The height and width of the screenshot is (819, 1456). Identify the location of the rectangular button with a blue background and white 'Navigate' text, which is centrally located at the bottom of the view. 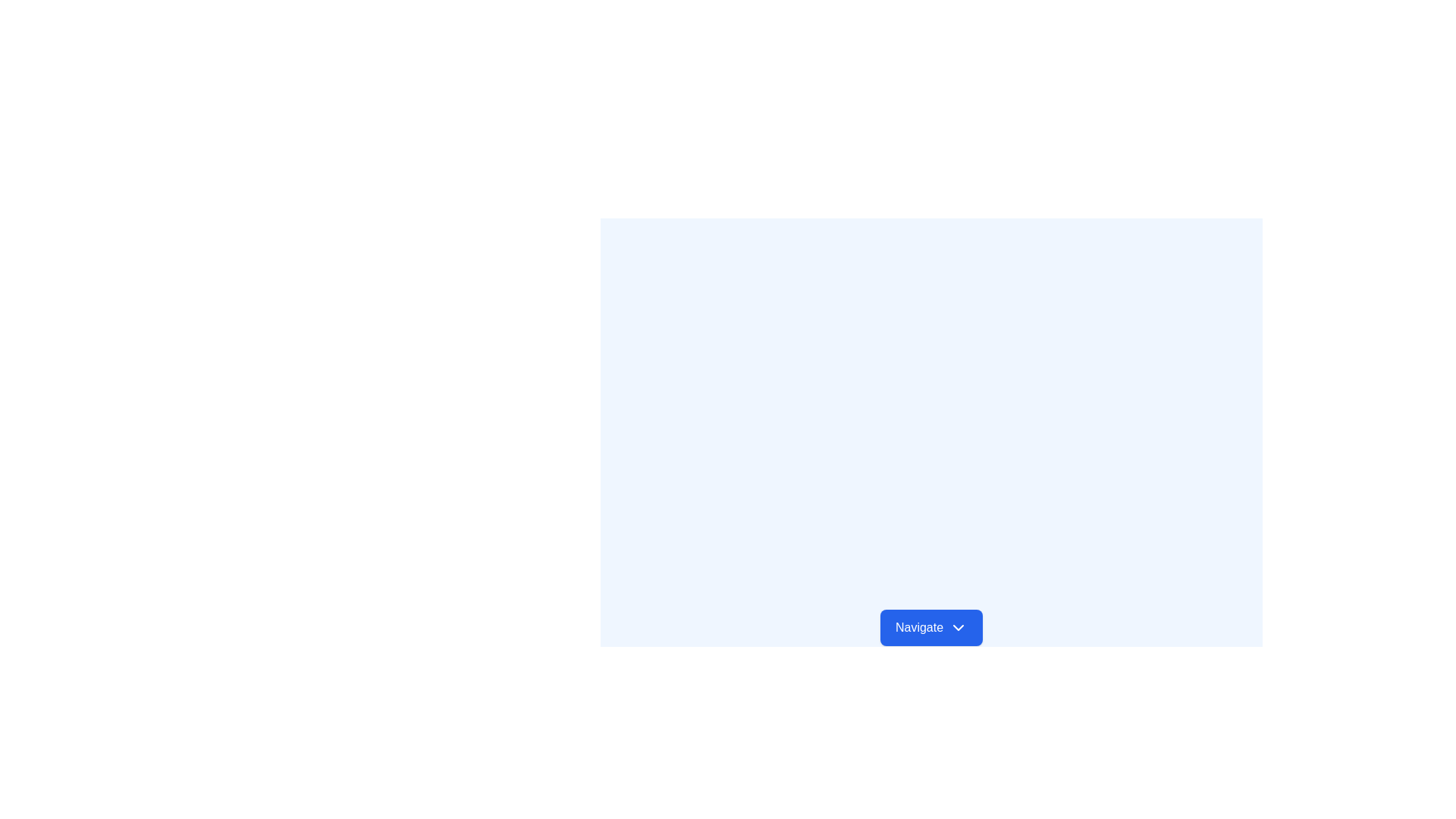
(930, 628).